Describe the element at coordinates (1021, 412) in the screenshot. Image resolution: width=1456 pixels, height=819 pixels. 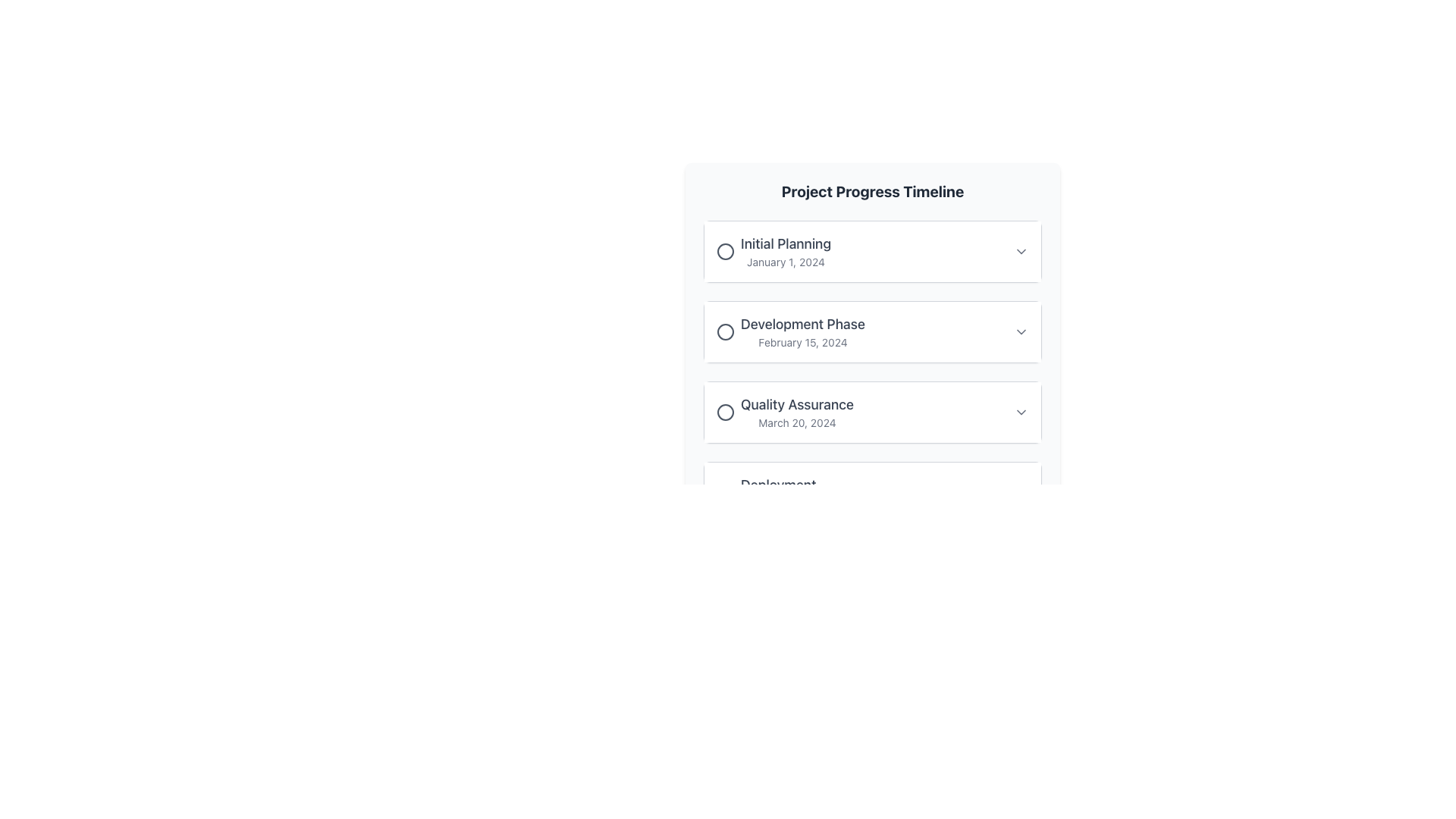
I see `the gray downward-pointing chevron icon on the far right side of the 'Quality Assurance - March 20, 2024' entry in the Project Progress Timeline interface` at that location.